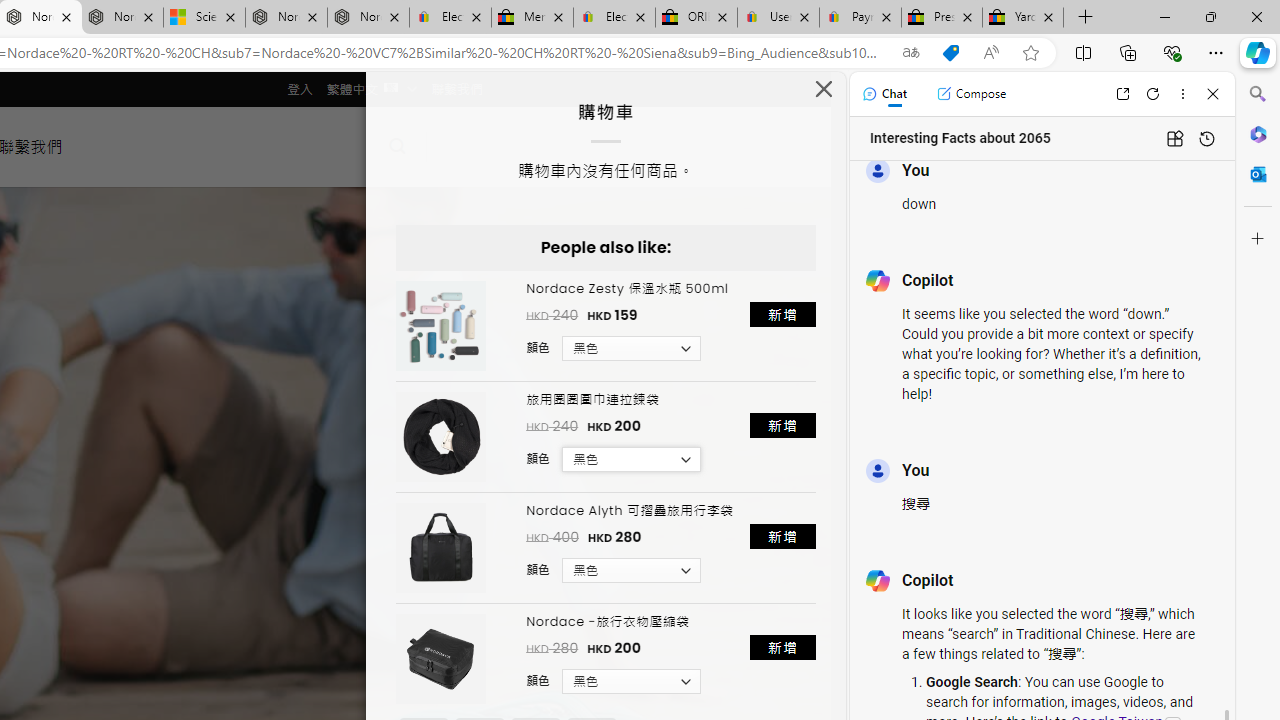  Describe the element at coordinates (971, 93) in the screenshot. I see `'Compose'` at that location.